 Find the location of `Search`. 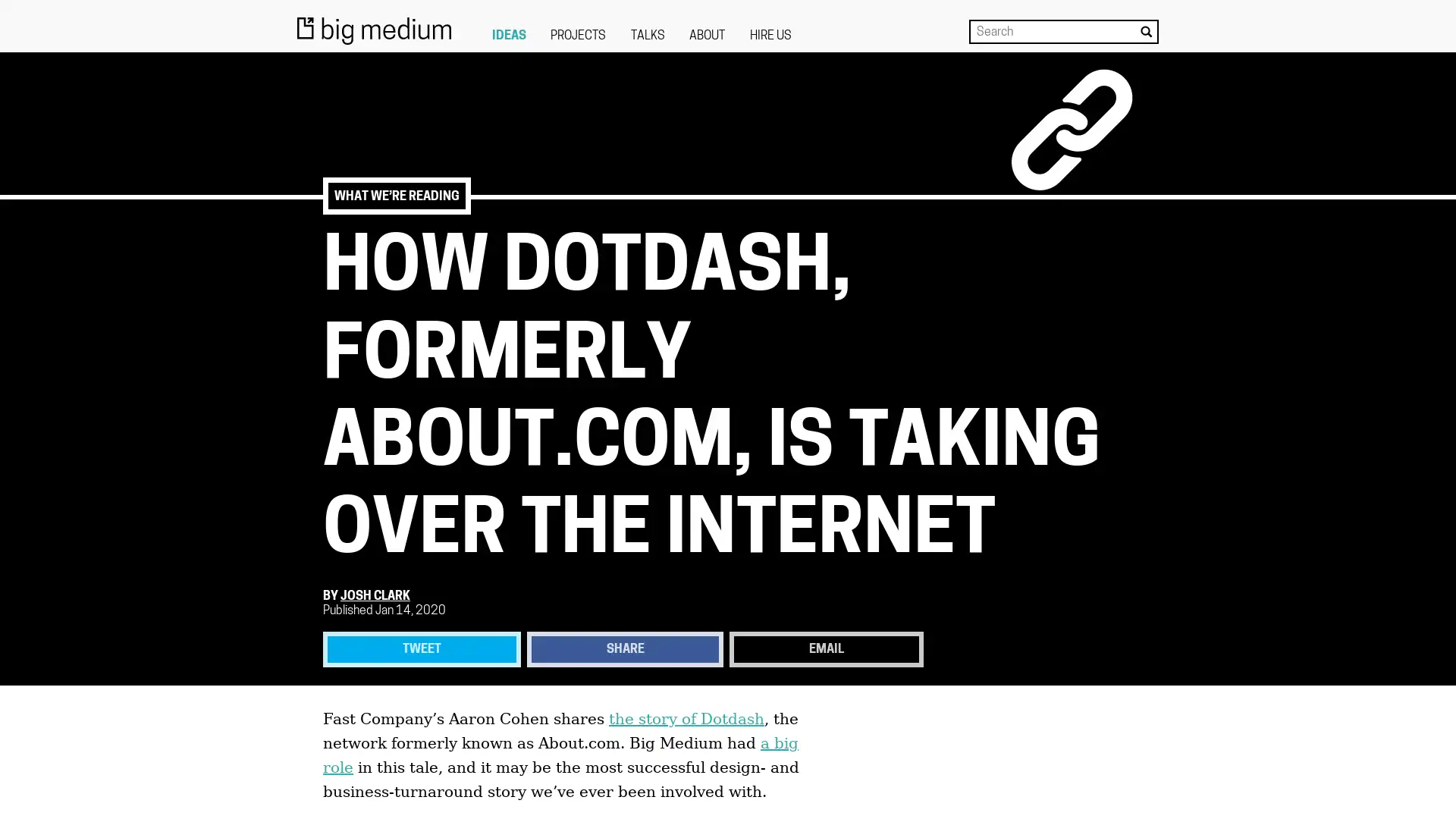

Search is located at coordinates (1146, 31).